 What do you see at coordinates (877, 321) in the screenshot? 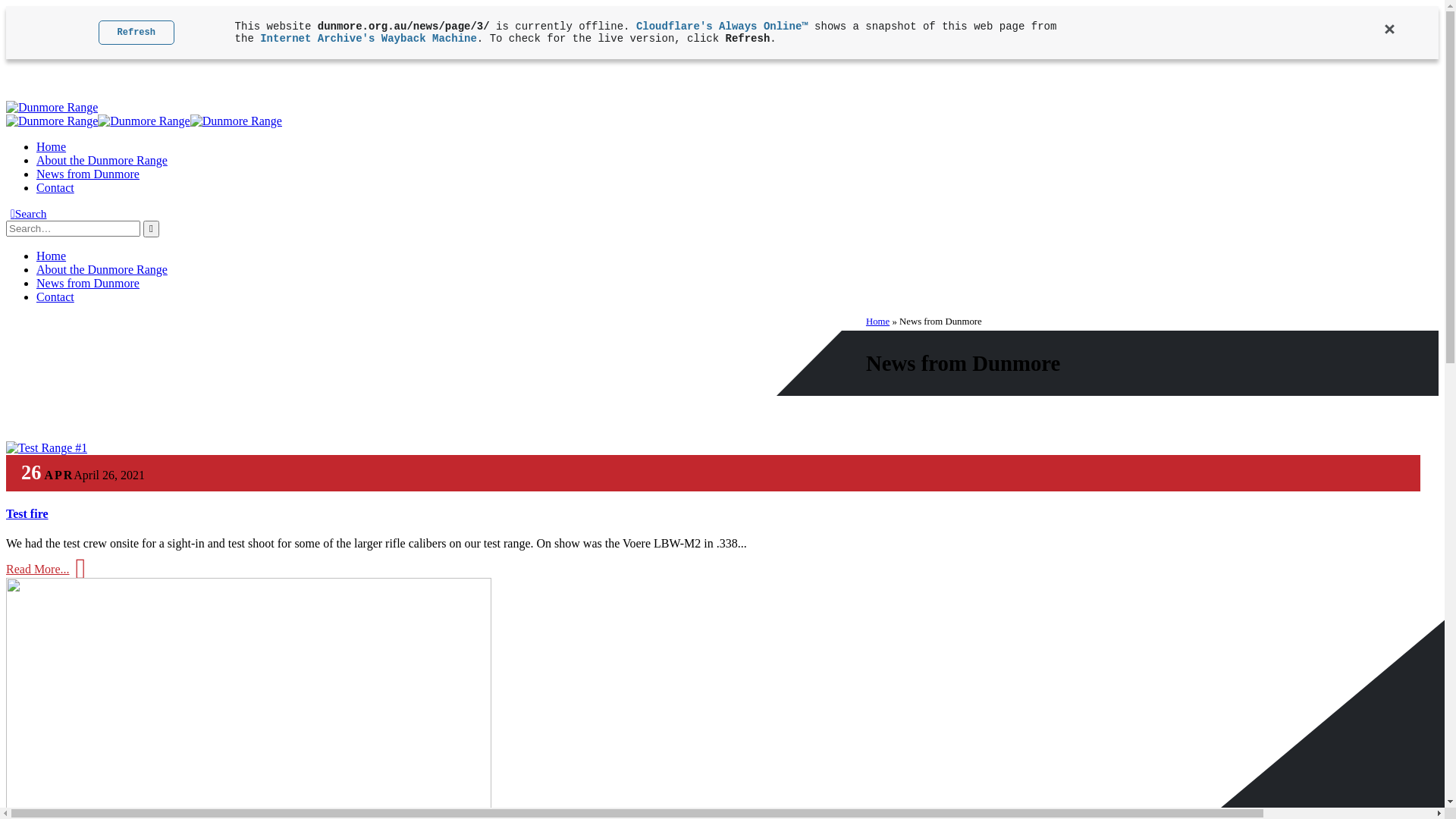
I see `'Home'` at bounding box center [877, 321].